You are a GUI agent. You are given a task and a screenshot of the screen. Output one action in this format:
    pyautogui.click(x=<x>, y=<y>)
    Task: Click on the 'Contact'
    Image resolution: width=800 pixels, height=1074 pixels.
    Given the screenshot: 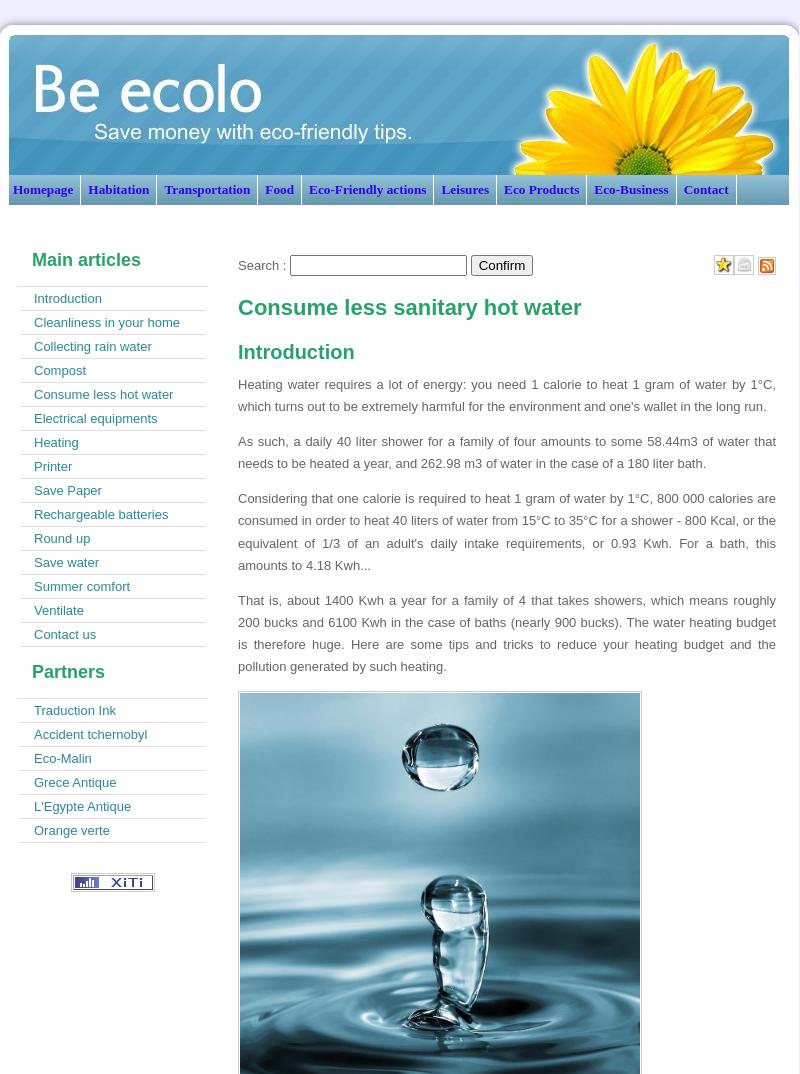 What is the action you would take?
    pyautogui.click(x=683, y=189)
    